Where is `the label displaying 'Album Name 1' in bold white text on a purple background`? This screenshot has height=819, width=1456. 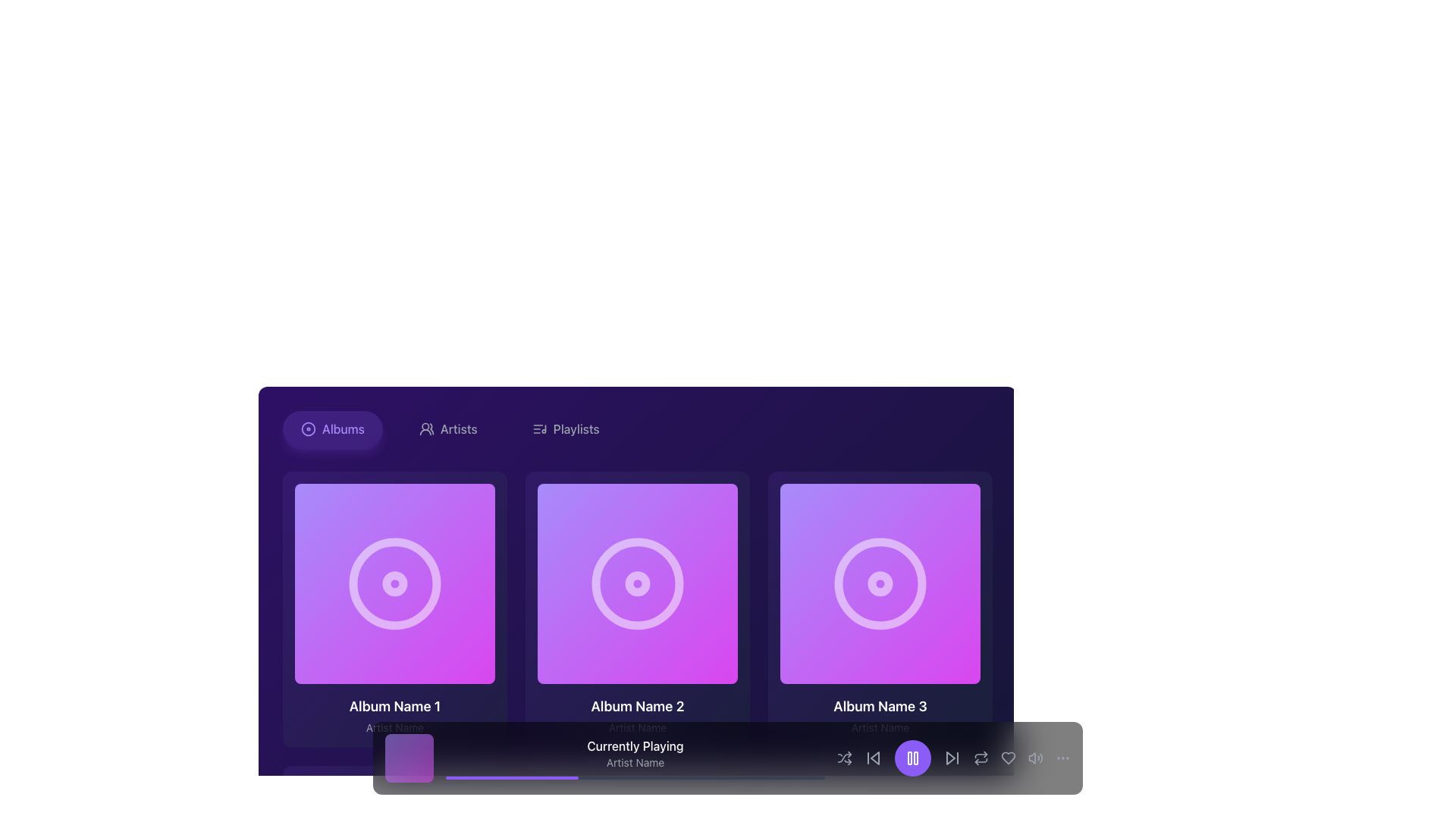 the label displaying 'Album Name 1' in bold white text on a purple background is located at coordinates (395, 707).